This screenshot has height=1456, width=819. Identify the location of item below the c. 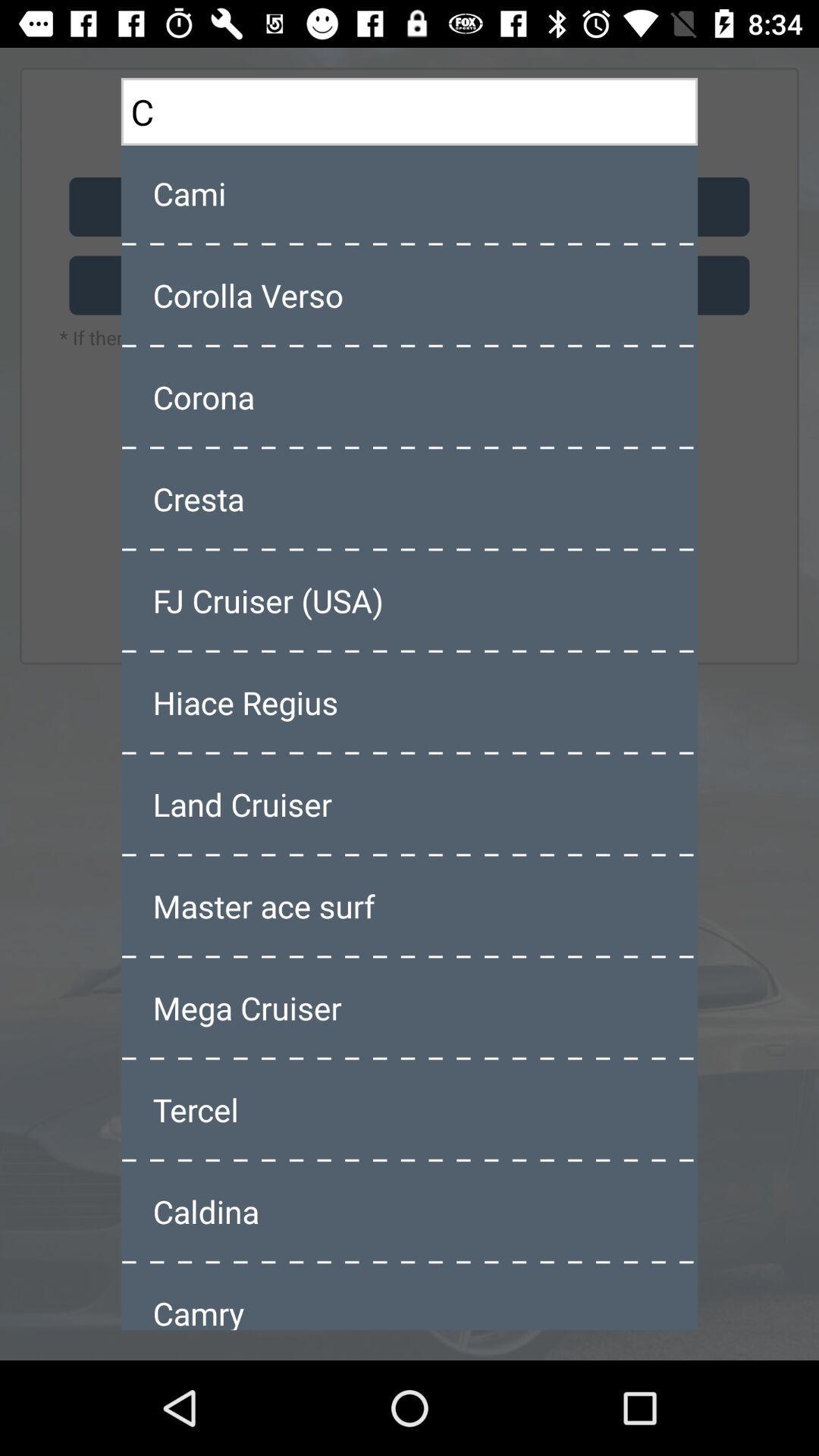
(409, 192).